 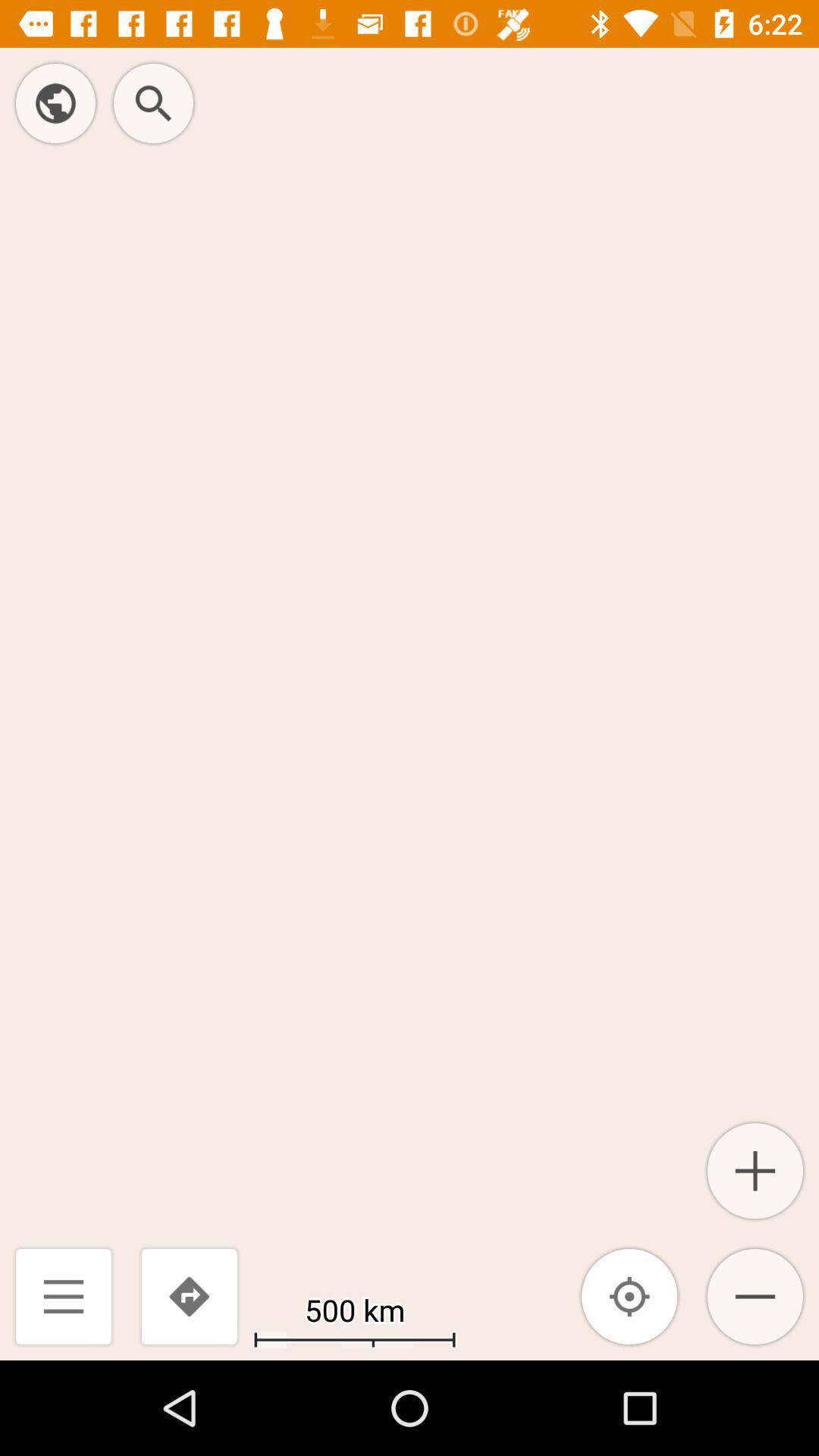 I want to click on the search icon, so click(x=153, y=102).